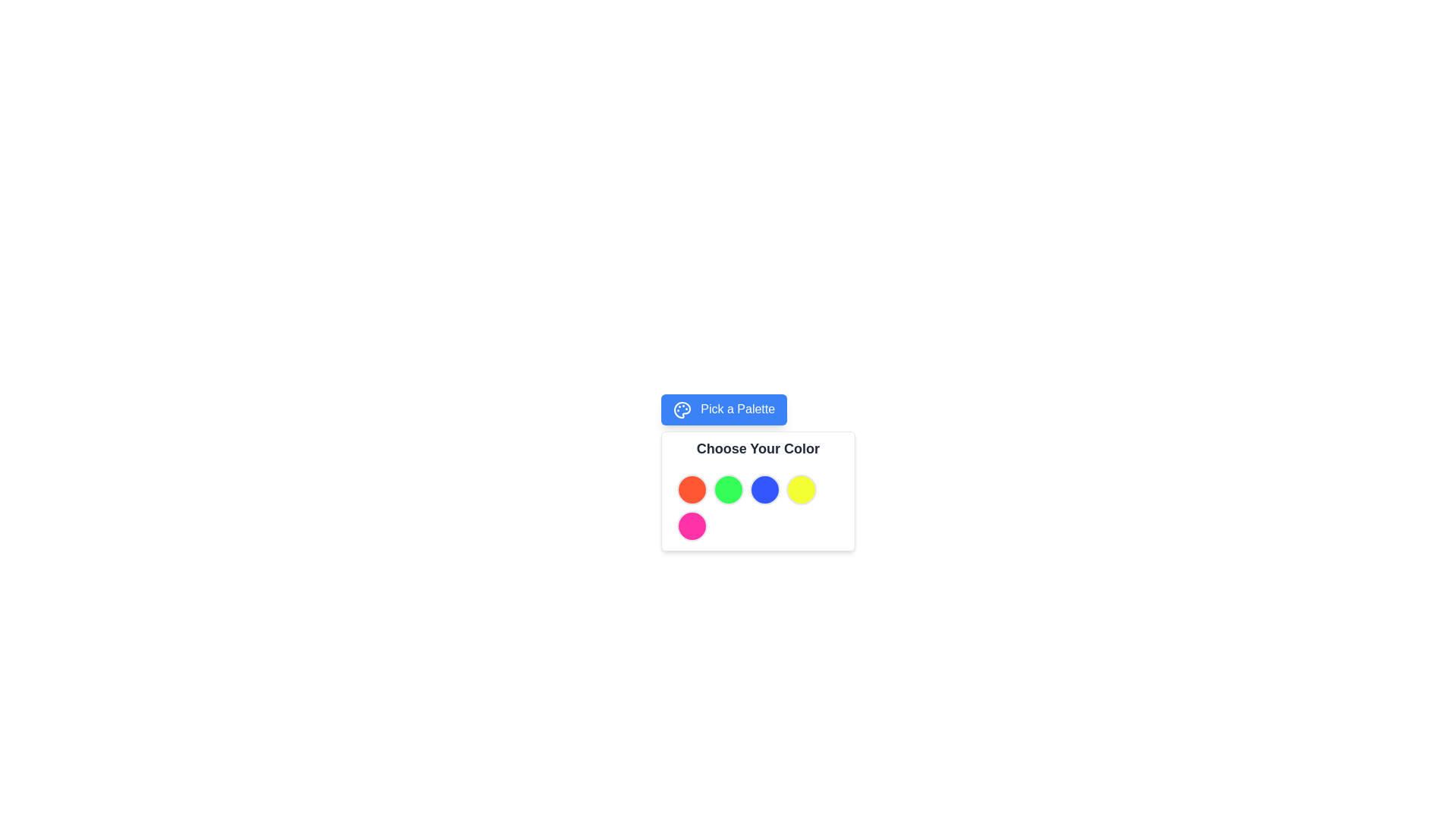 Image resolution: width=1456 pixels, height=819 pixels. Describe the element at coordinates (723, 493) in the screenshot. I see `the color button in the Color Selector component, which features a title 'Choose Your Color' and a row of circular color buttons` at that location.